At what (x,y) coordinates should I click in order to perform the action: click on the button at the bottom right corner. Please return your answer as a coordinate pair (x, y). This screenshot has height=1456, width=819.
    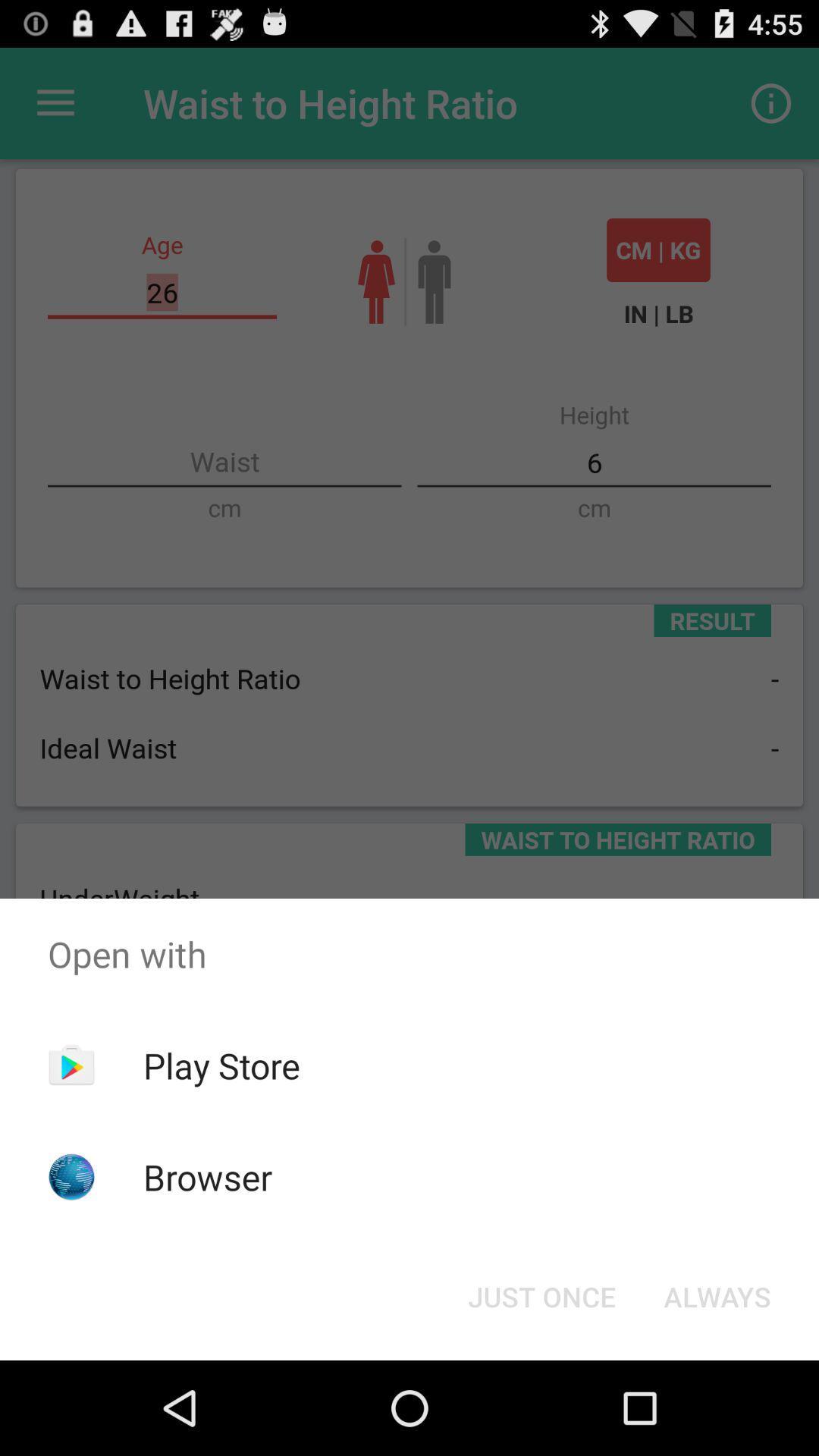
    Looking at the image, I should click on (717, 1295).